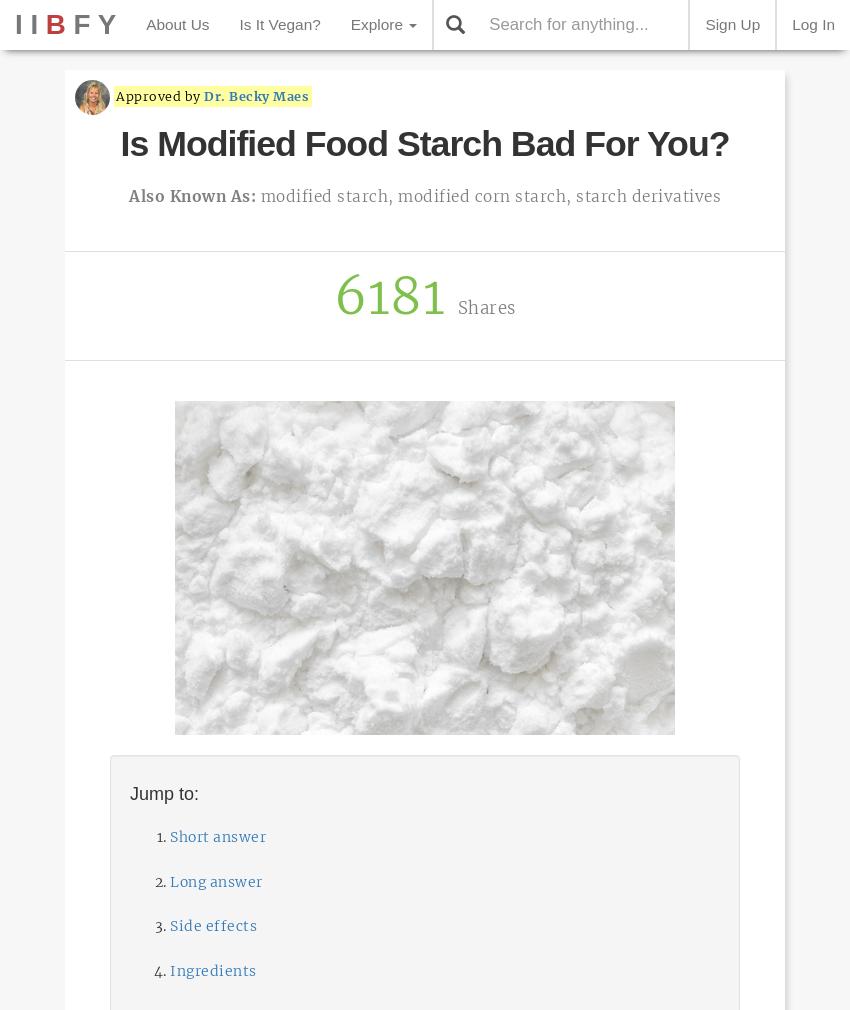 Image resolution: width=850 pixels, height=1010 pixels. What do you see at coordinates (159, 95) in the screenshot?
I see `'Approved by'` at bounding box center [159, 95].